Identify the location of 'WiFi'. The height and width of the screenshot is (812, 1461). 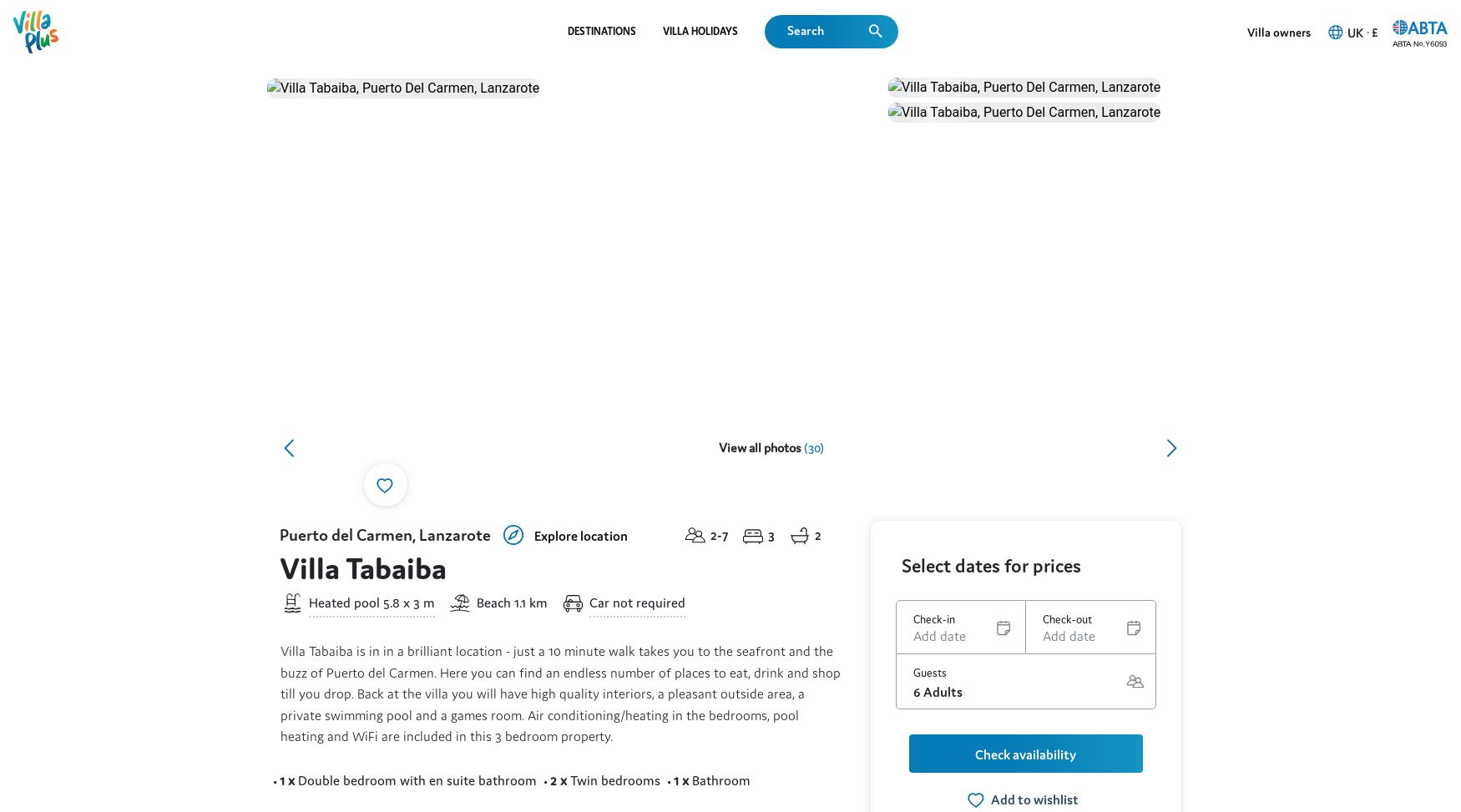
(950, 414).